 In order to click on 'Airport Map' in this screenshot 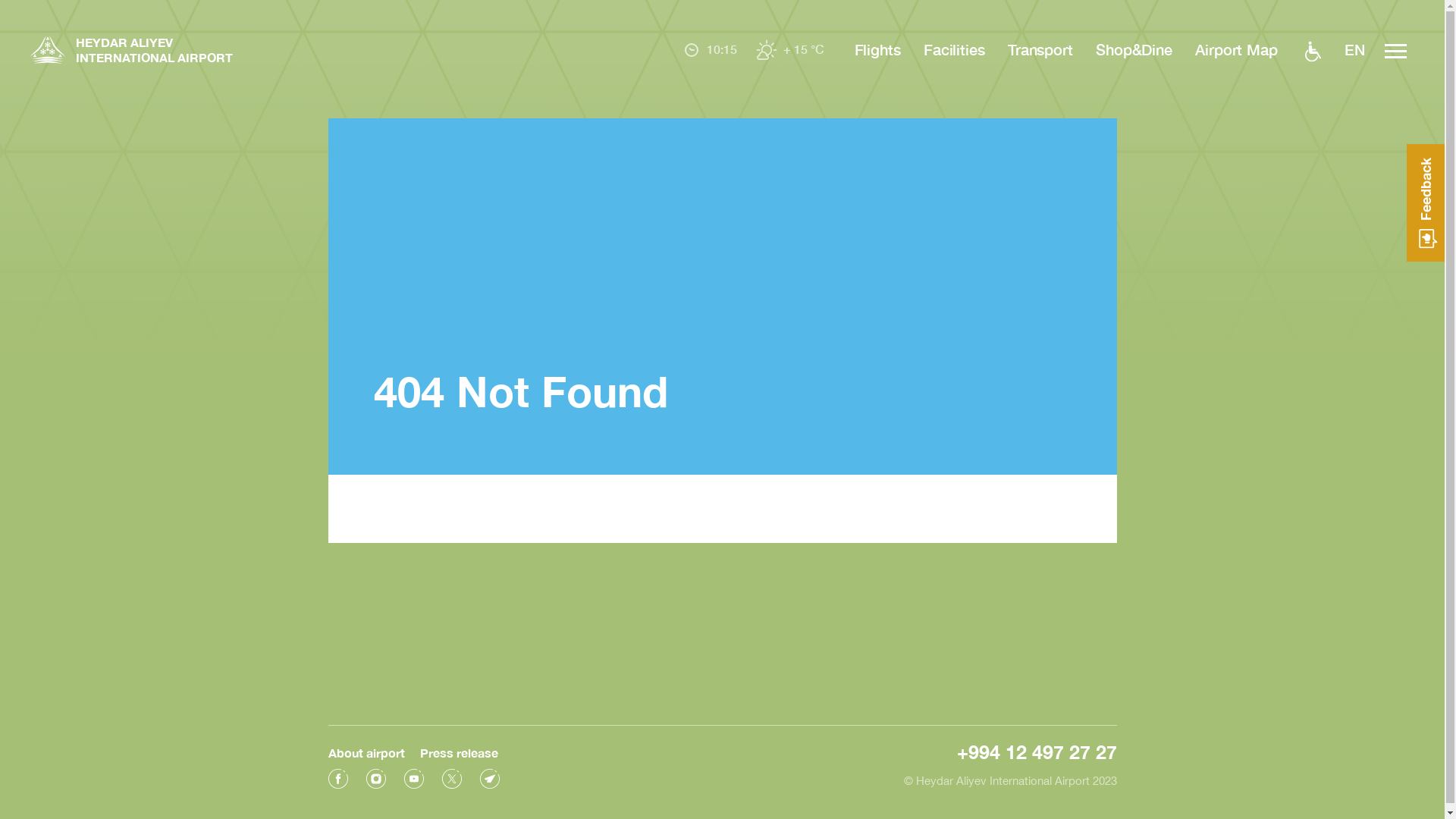, I will do `click(1236, 49)`.